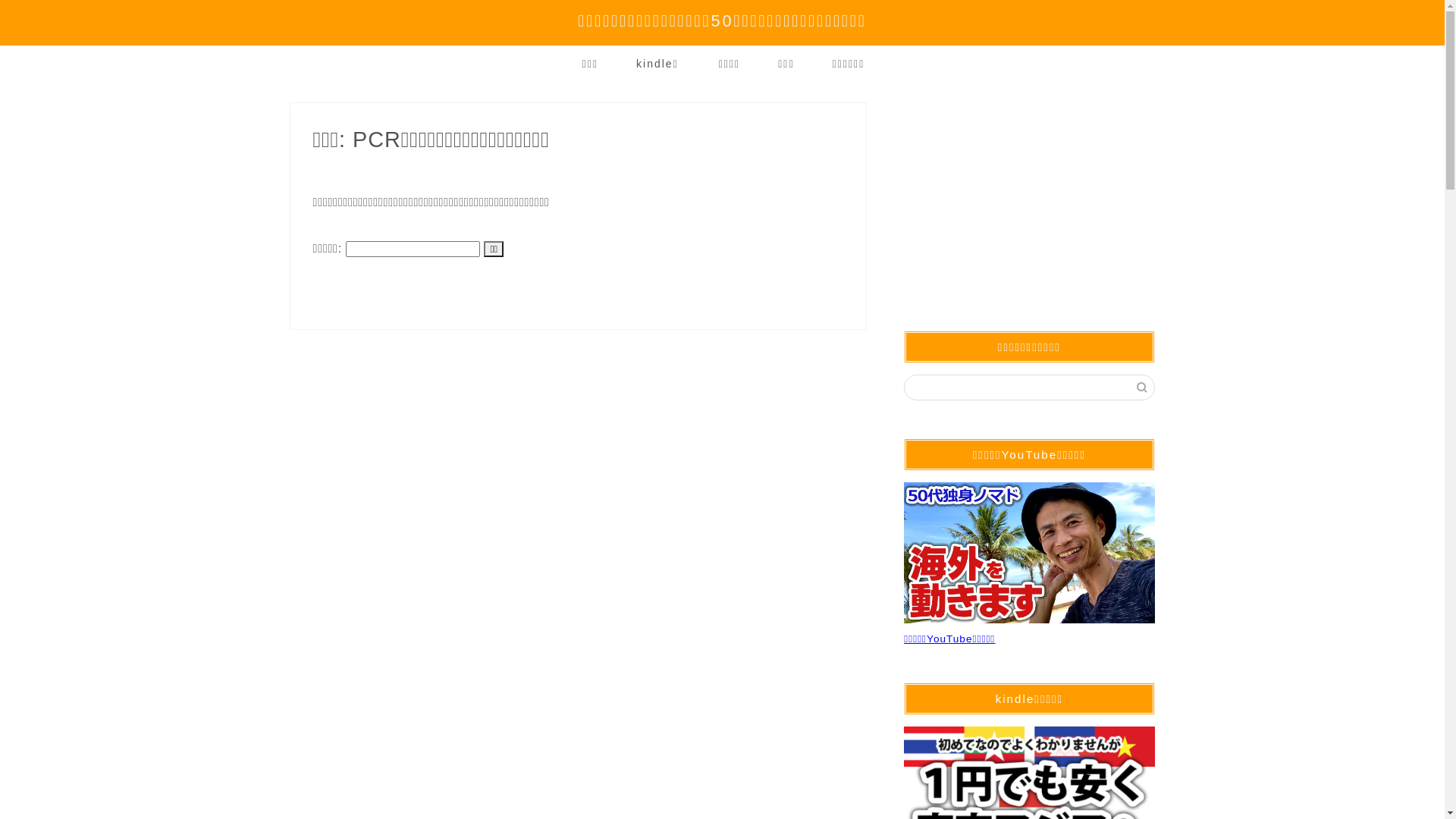 The width and height of the screenshot is (1456, 819). I want to click on 'Advertisement', so click(1029, 197).